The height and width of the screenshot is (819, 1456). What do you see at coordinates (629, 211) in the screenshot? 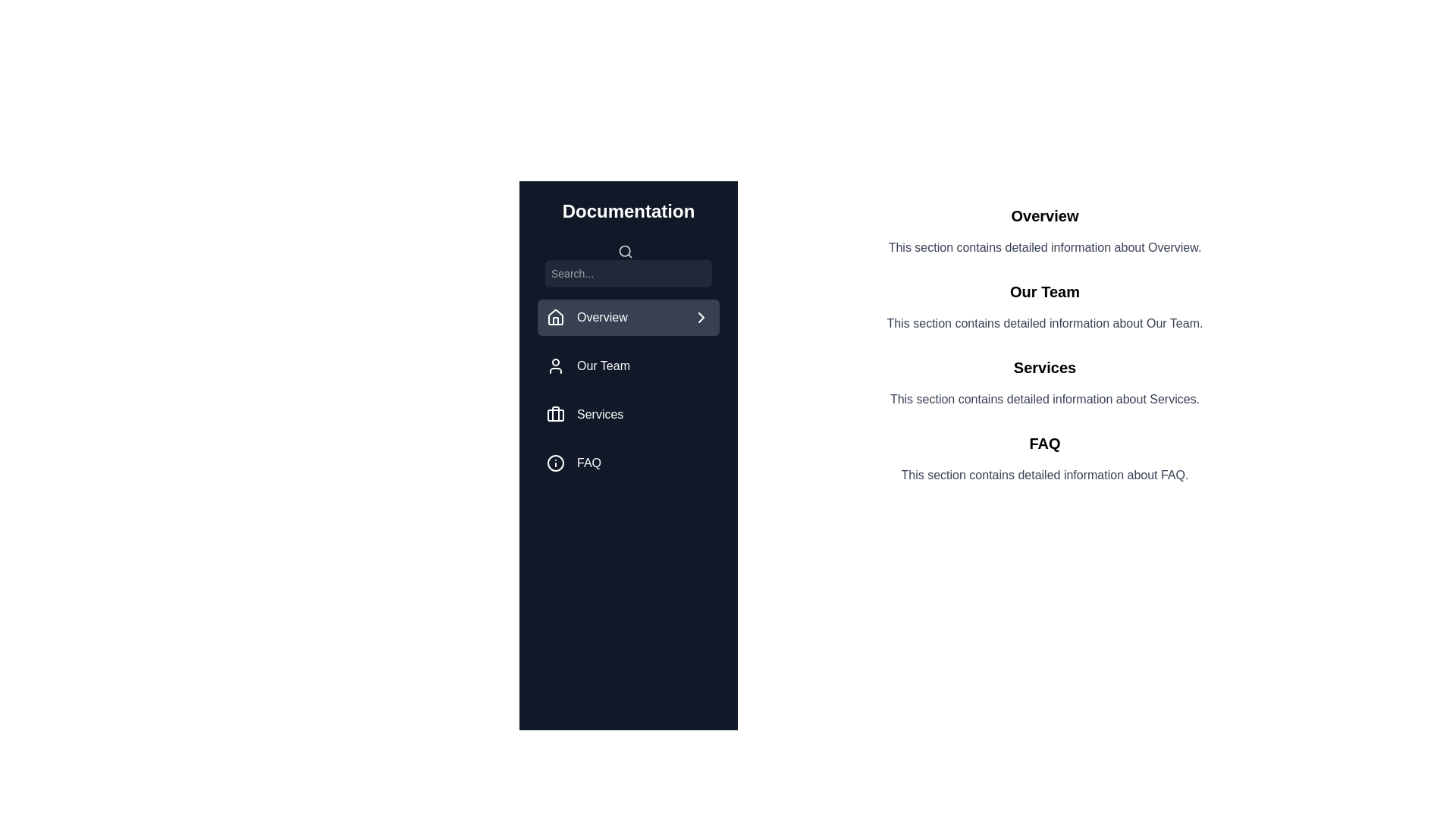
I see `the Text Label located at the top of the vertical sidebar, which serves as a section title above the search bar input field` at bounding box center [629, 211].